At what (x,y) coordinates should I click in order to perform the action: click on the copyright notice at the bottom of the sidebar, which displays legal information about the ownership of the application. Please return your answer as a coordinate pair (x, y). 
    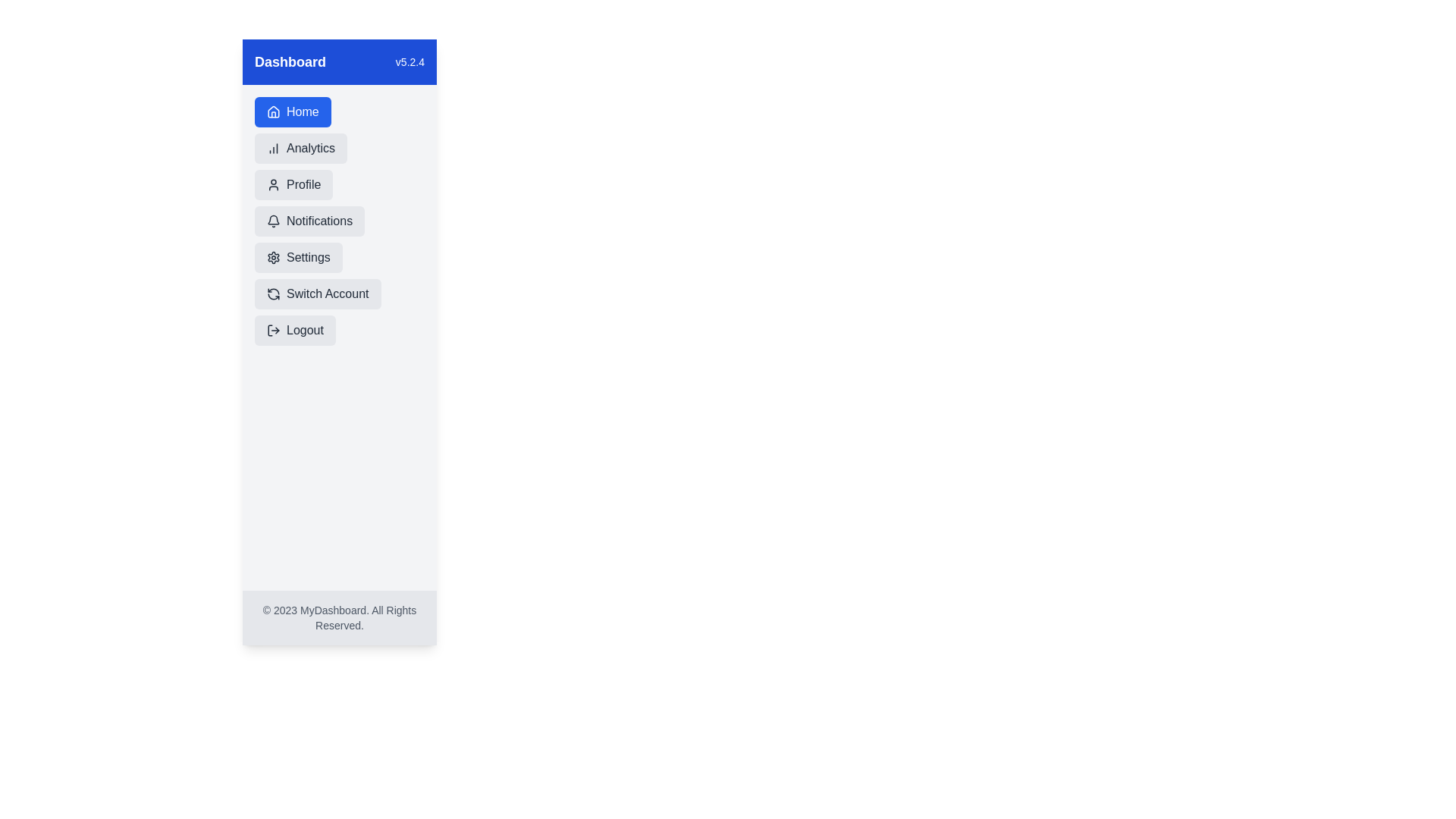
    Looking at the image, I should click on (338, 617).